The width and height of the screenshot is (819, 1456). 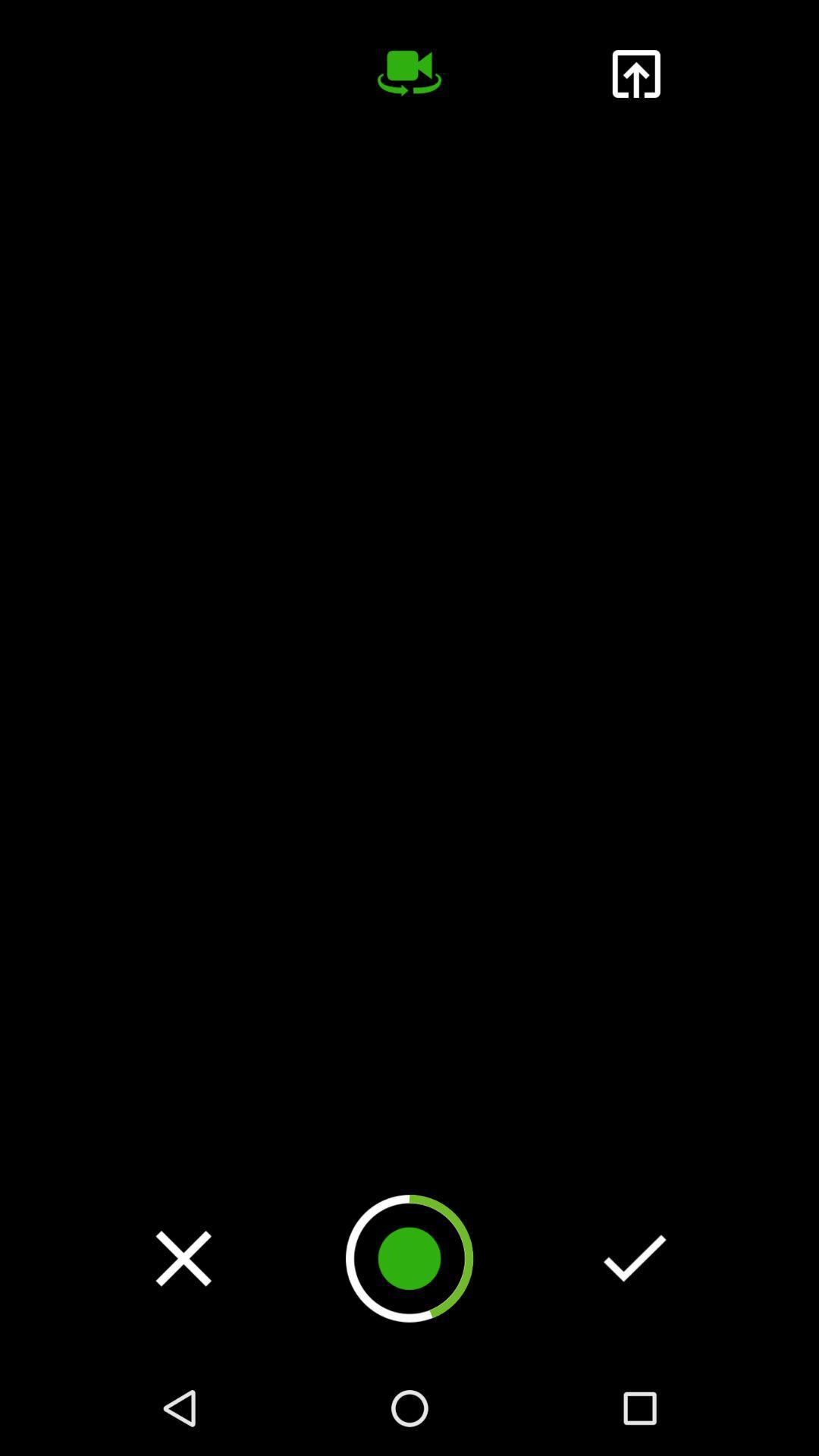 I want to click on the check icon, so click(x=635, y=1258).